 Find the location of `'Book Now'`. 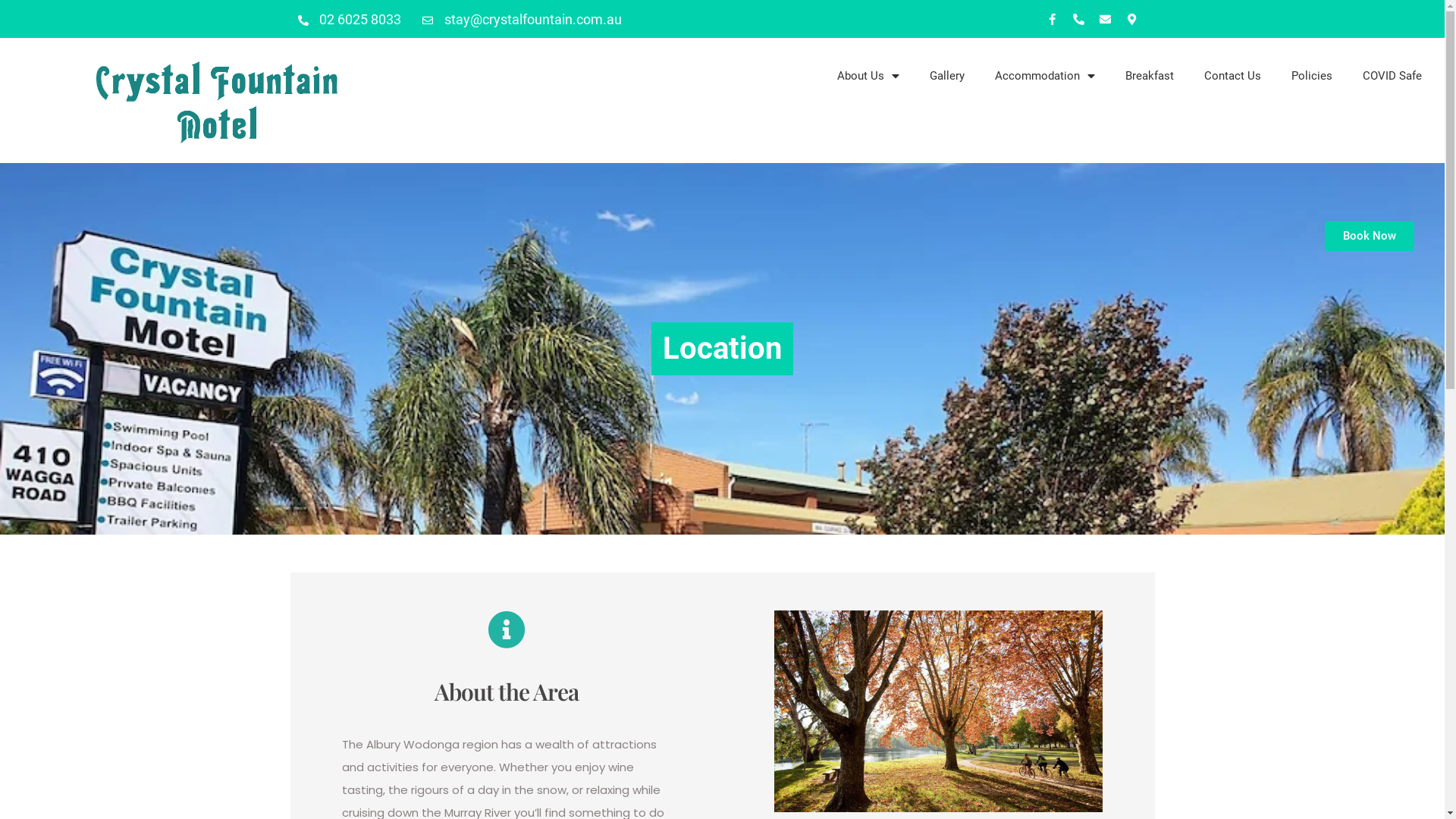

'Book Now' is located at coordinates (1324, 236).